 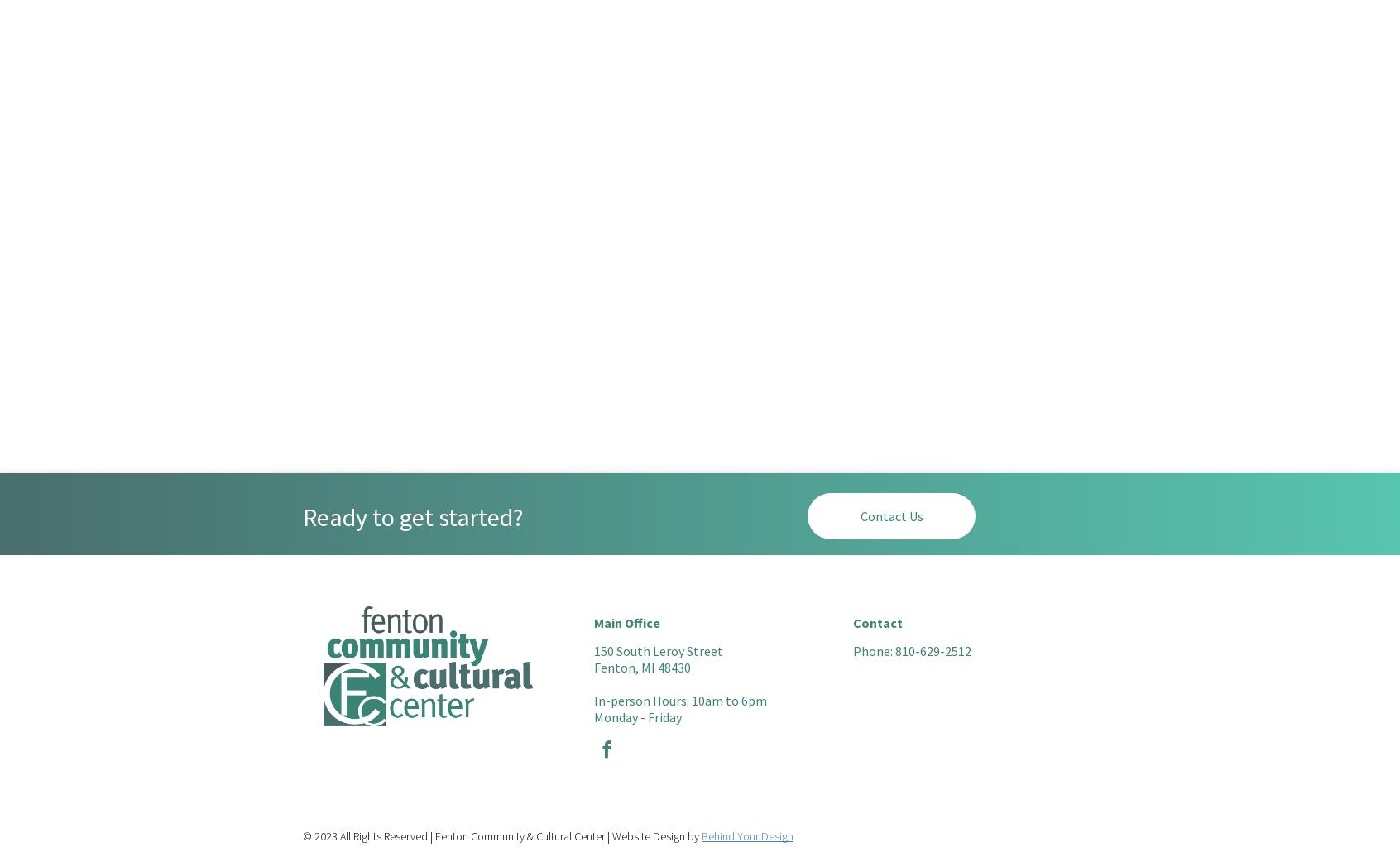 What do you see at coordinates (339, 836) in the screenshot?
I see `'All Rights Reserved | Fenton Community & Cultural Center | Website Design by'` at bounding box center [339, 836].